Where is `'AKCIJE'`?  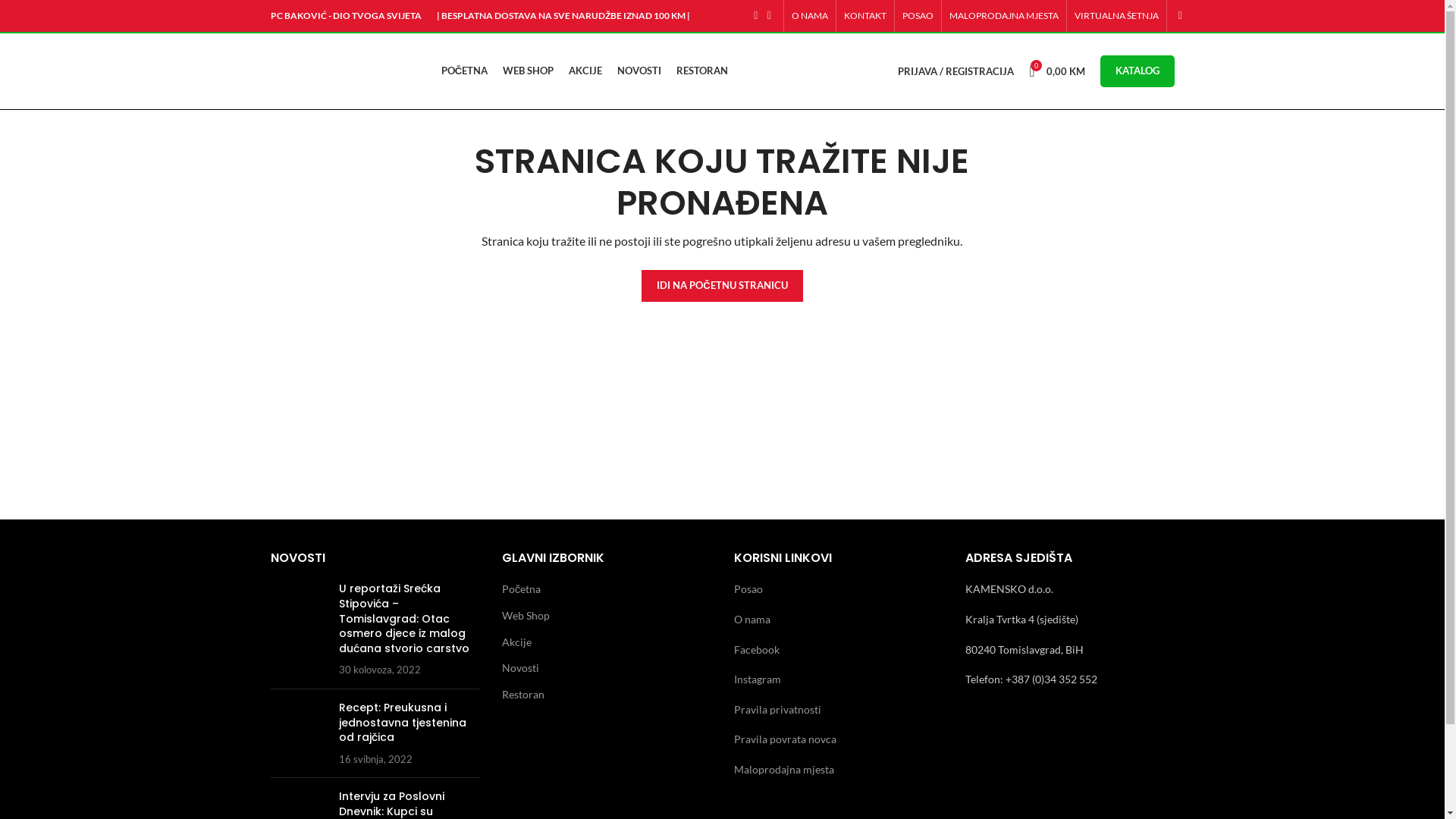
'AKCIJE' is located at coordinates (585, 71).